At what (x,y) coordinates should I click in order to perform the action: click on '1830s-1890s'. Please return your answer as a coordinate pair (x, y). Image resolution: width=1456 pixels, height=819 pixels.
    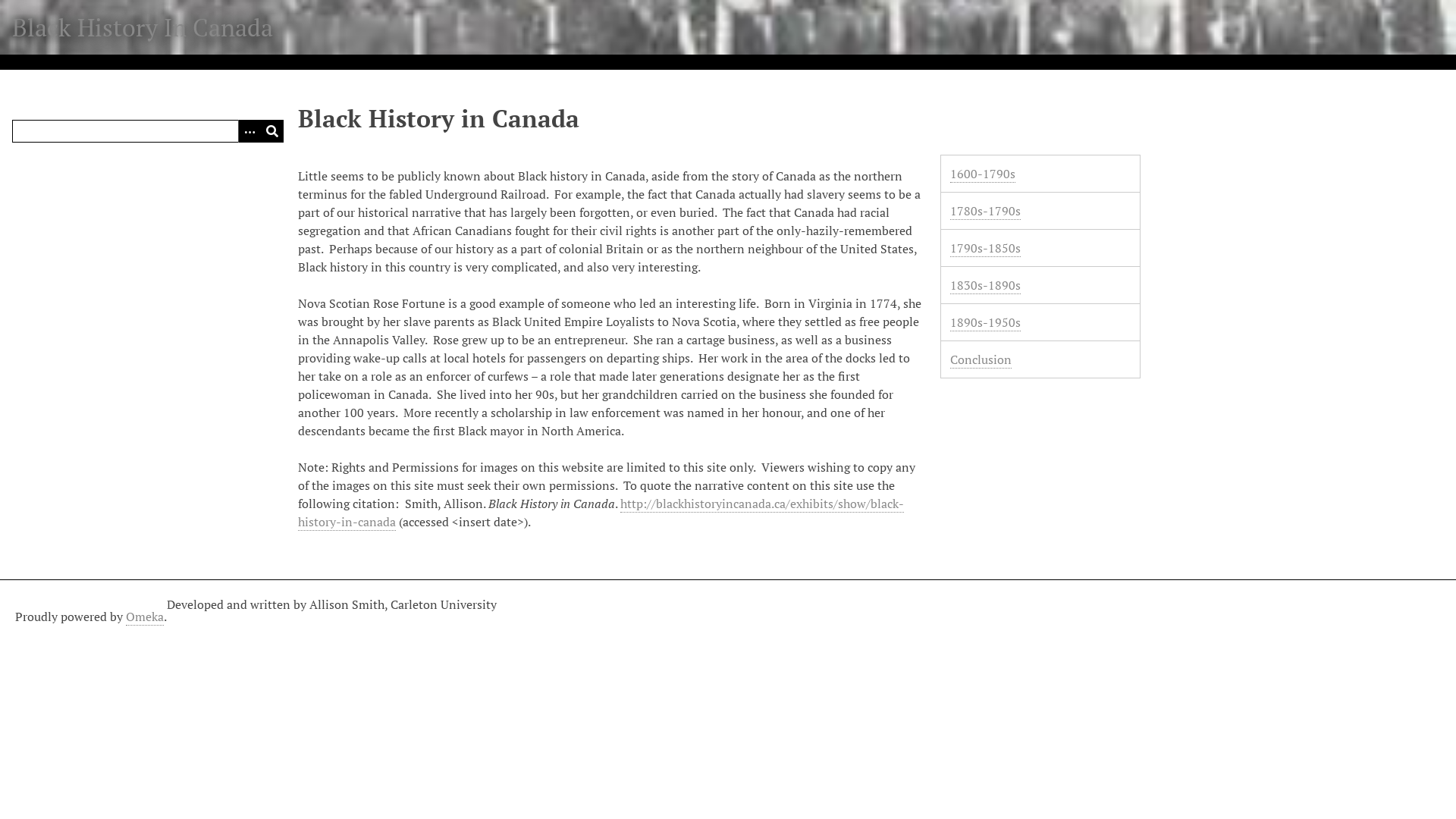
    Looking at the image, I should click on (985, 285).